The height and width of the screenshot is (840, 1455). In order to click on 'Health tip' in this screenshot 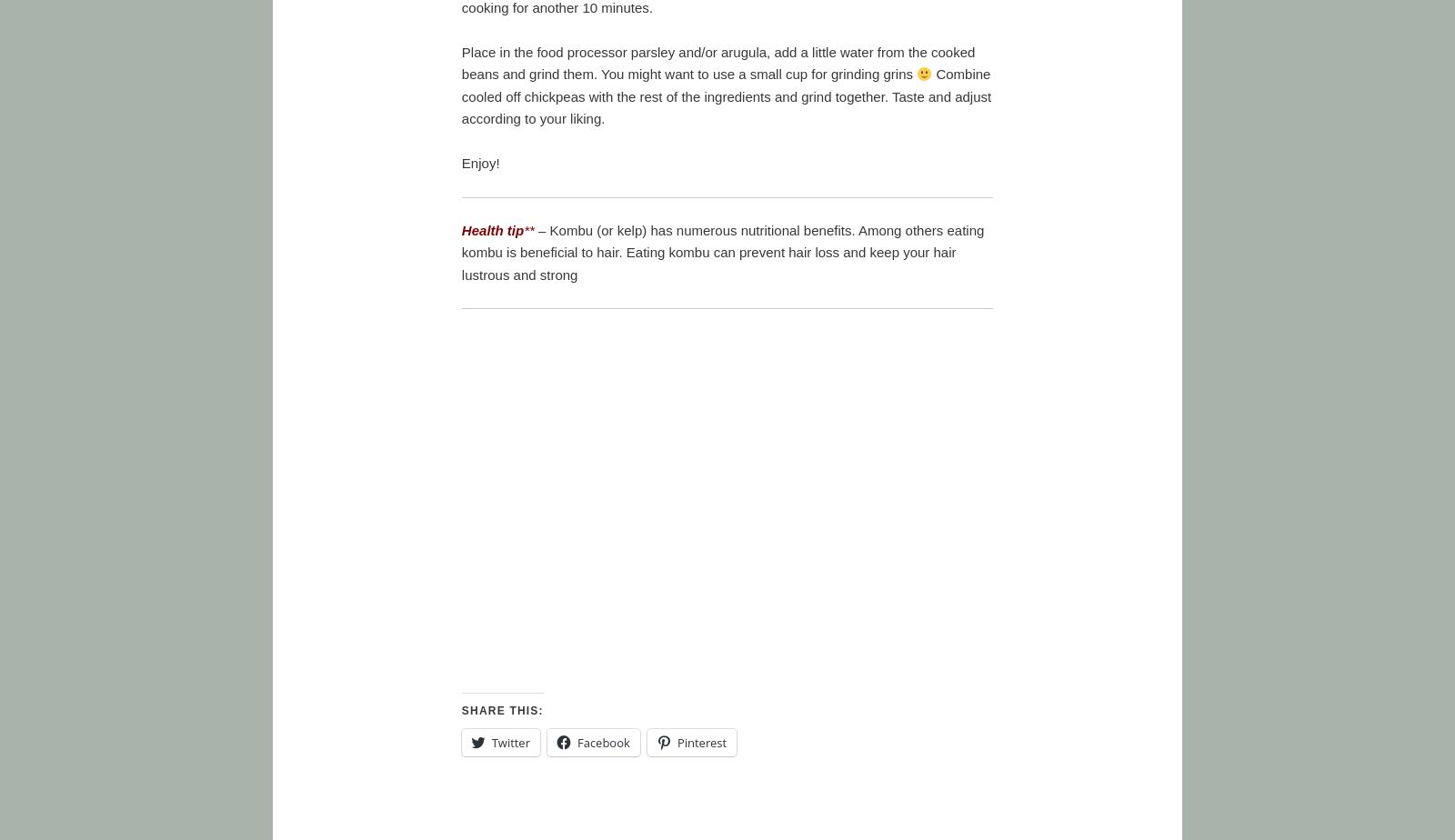, I will do `click(460, 228)`.